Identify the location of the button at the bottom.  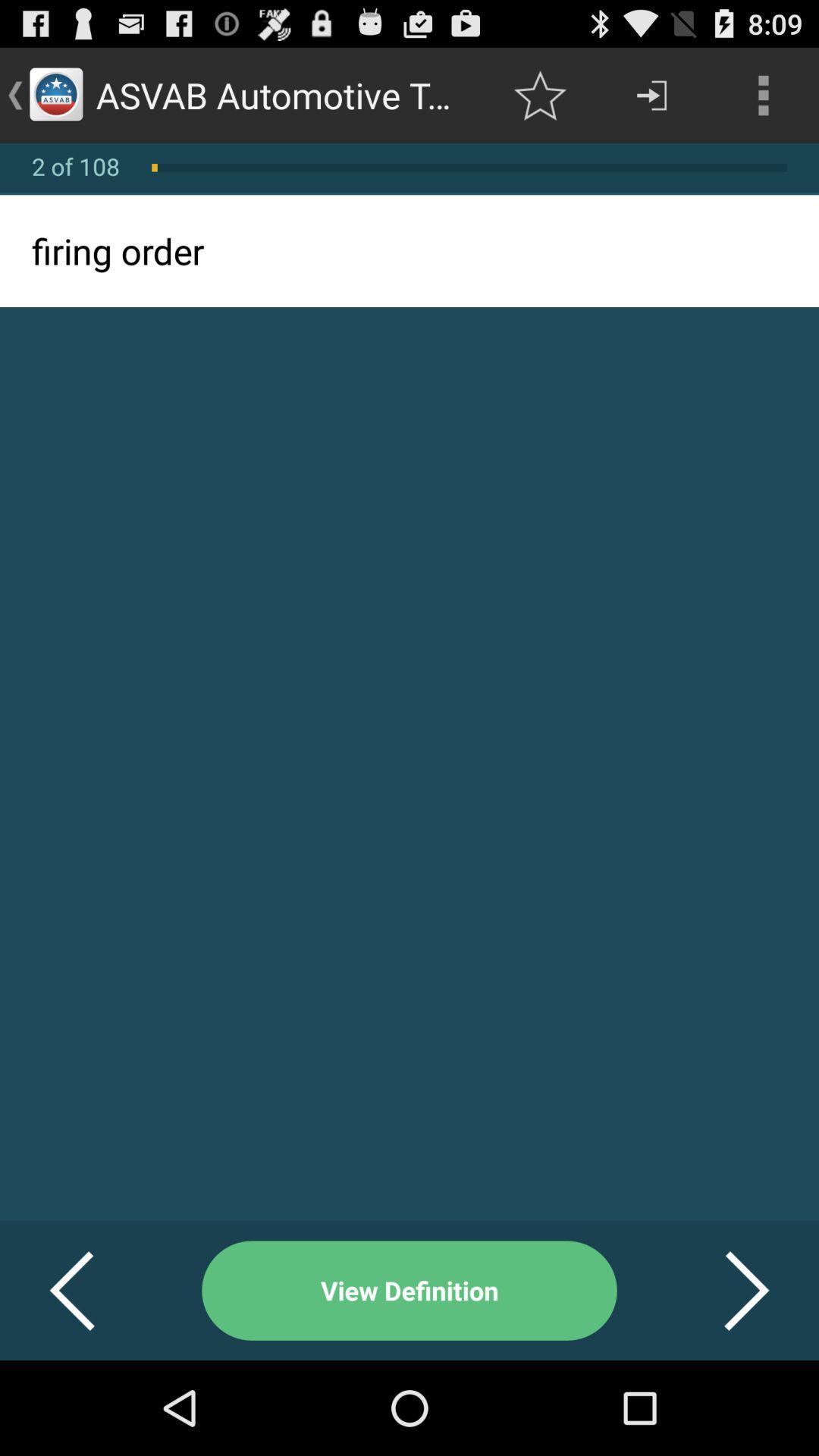
(409, 1290).